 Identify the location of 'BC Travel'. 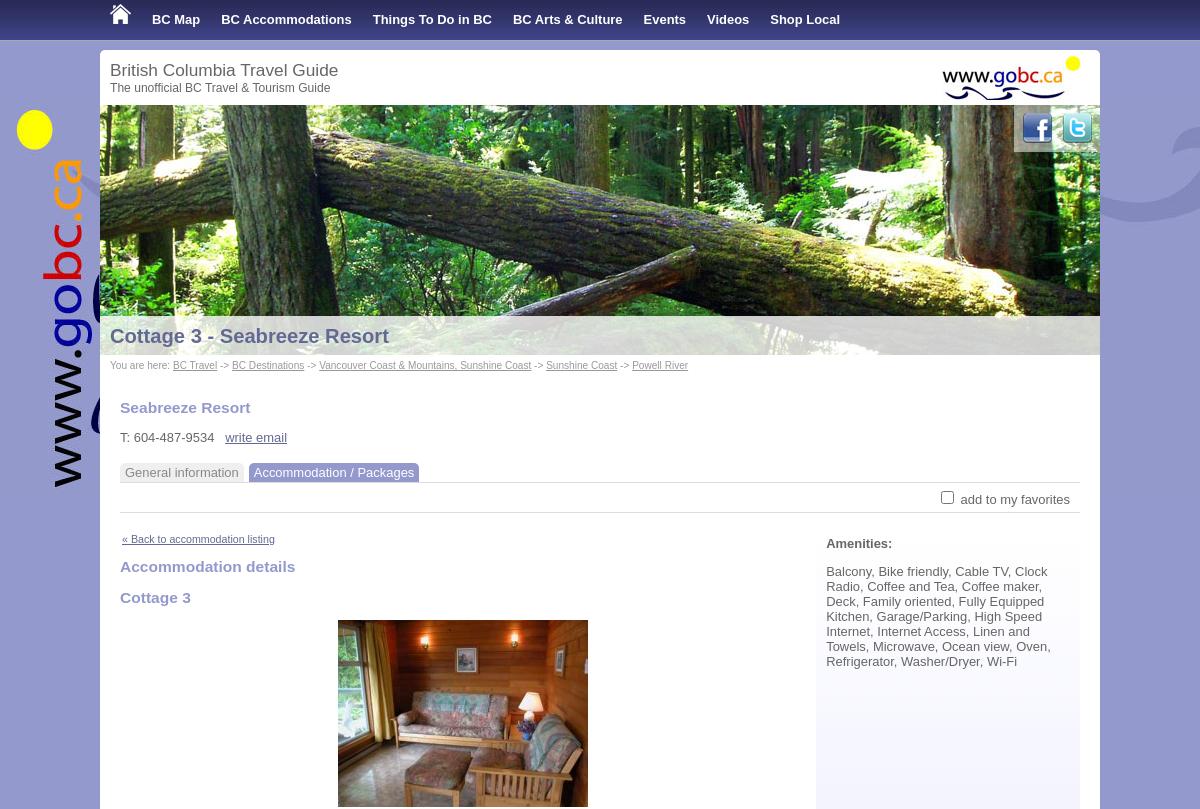
(193, 365).